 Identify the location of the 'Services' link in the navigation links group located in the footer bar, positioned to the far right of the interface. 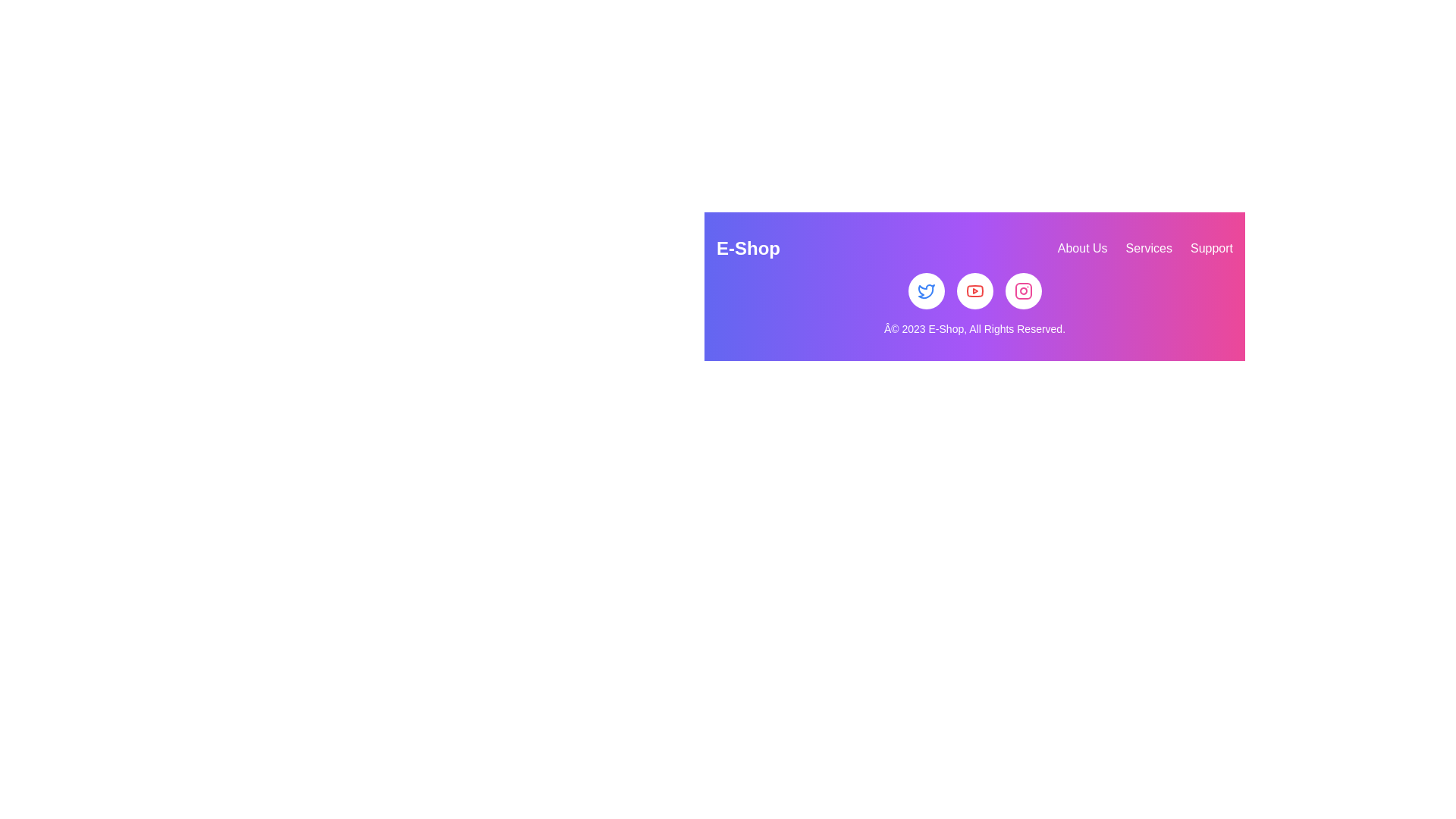
(1145, 247).